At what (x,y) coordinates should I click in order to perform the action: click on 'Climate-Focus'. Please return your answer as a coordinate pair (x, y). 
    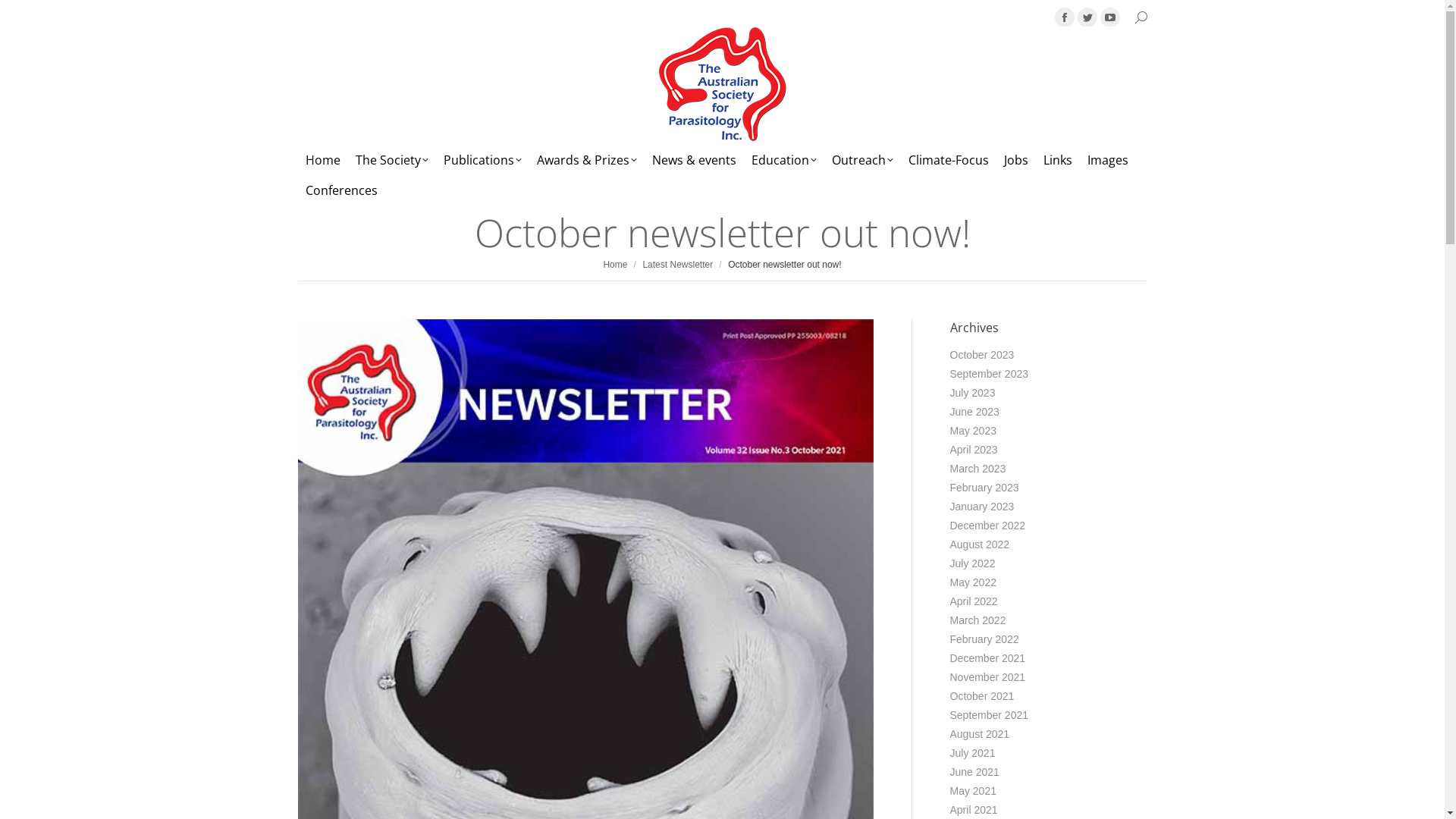
    Looking at the image, I should click on (948, 160).